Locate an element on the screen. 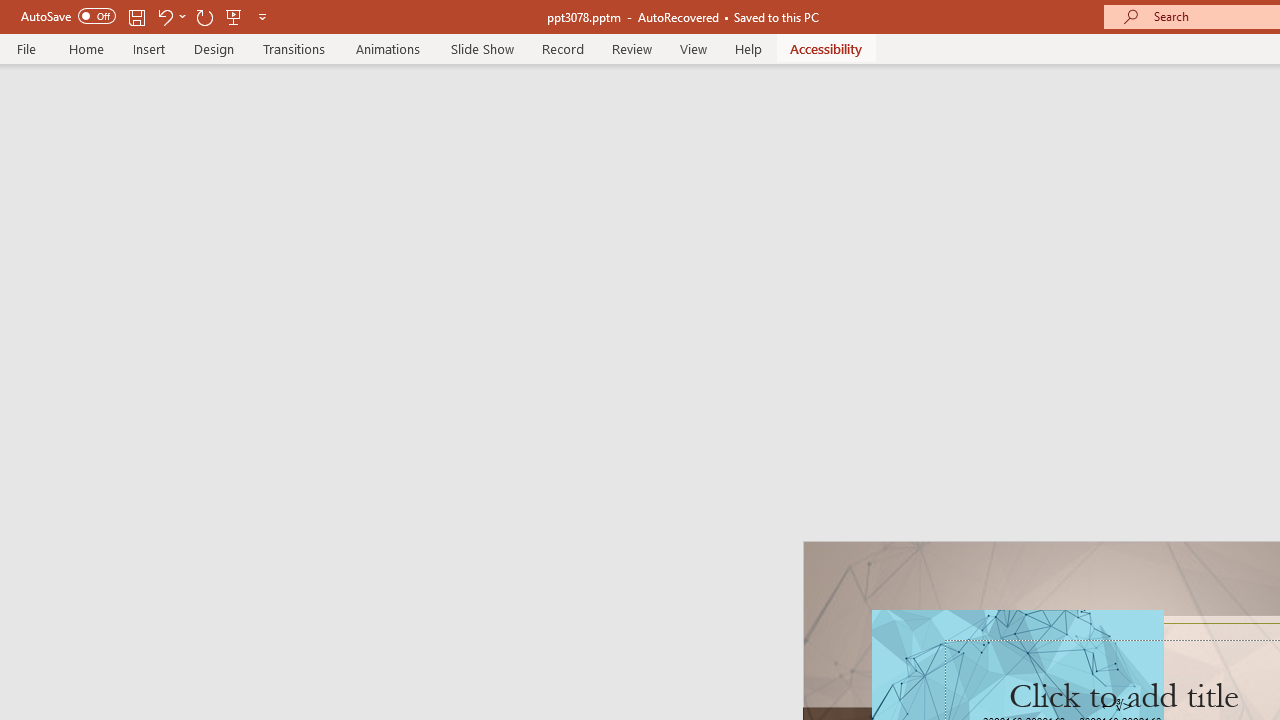  'View' is located at coordinates (693, 48).